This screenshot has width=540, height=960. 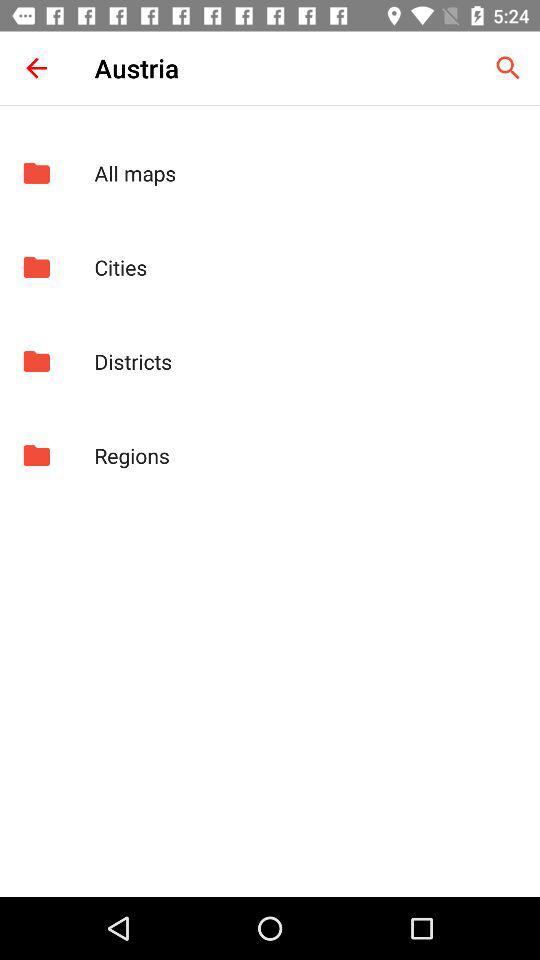 I want to click on cities icon, so click(x=306, y=266).